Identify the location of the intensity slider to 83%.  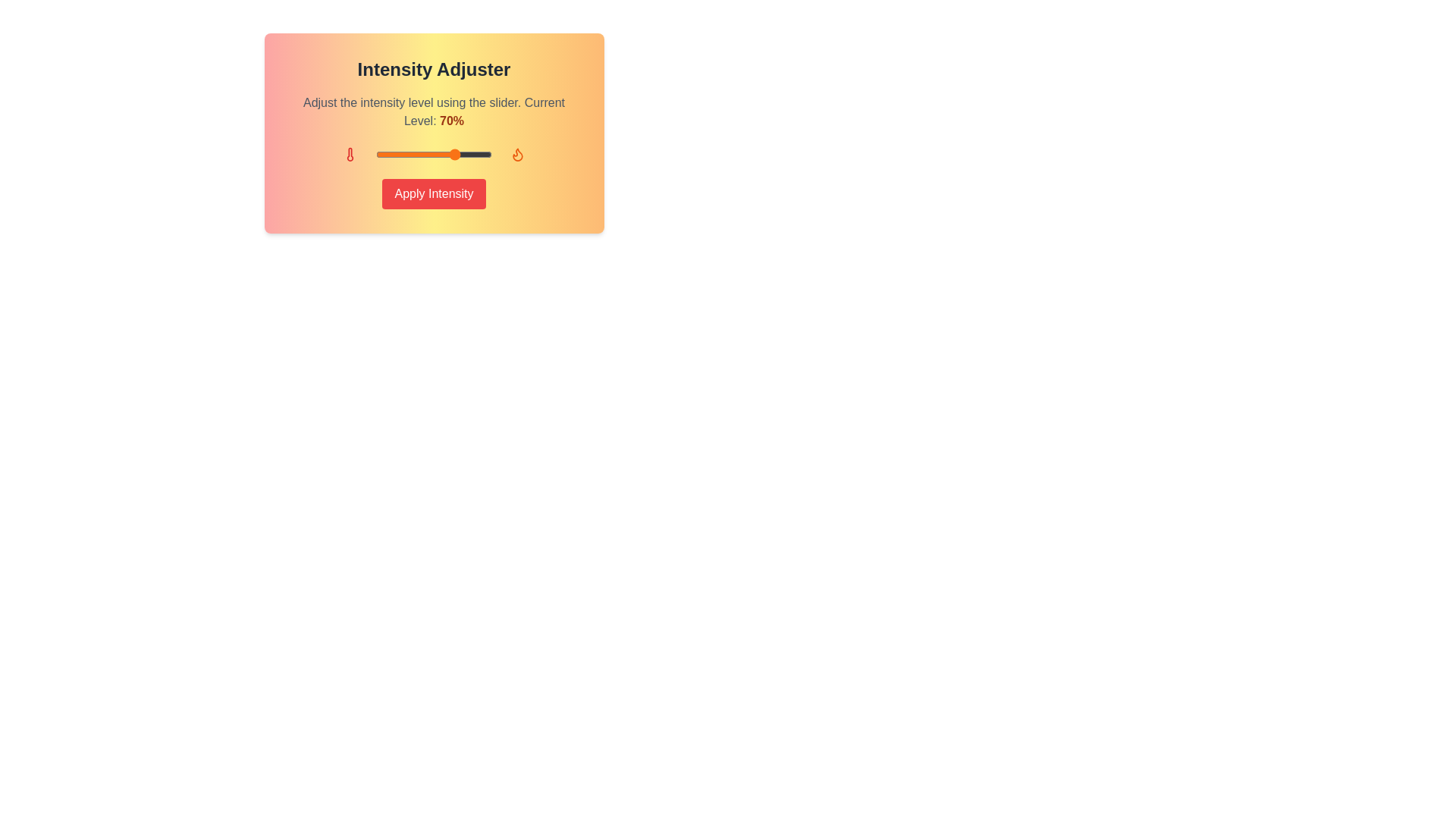
(471, 155).